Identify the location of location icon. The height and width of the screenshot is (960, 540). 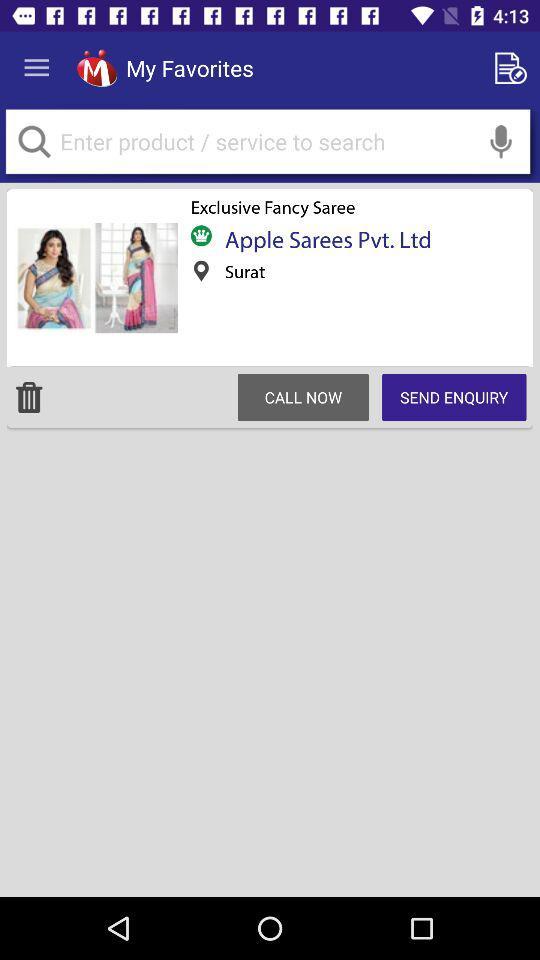
(201, 270).